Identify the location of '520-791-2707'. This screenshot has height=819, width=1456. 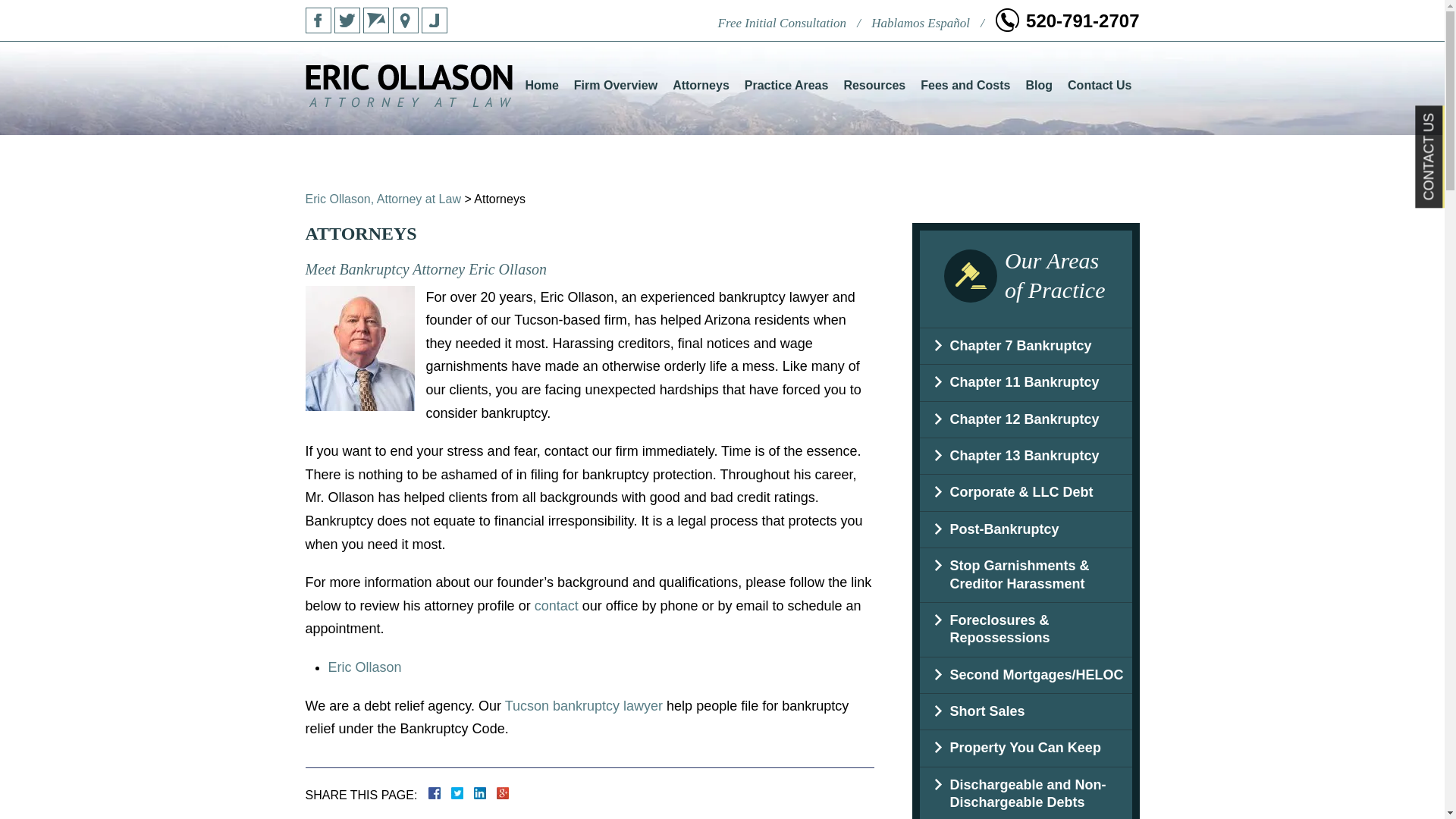
(994, 20).